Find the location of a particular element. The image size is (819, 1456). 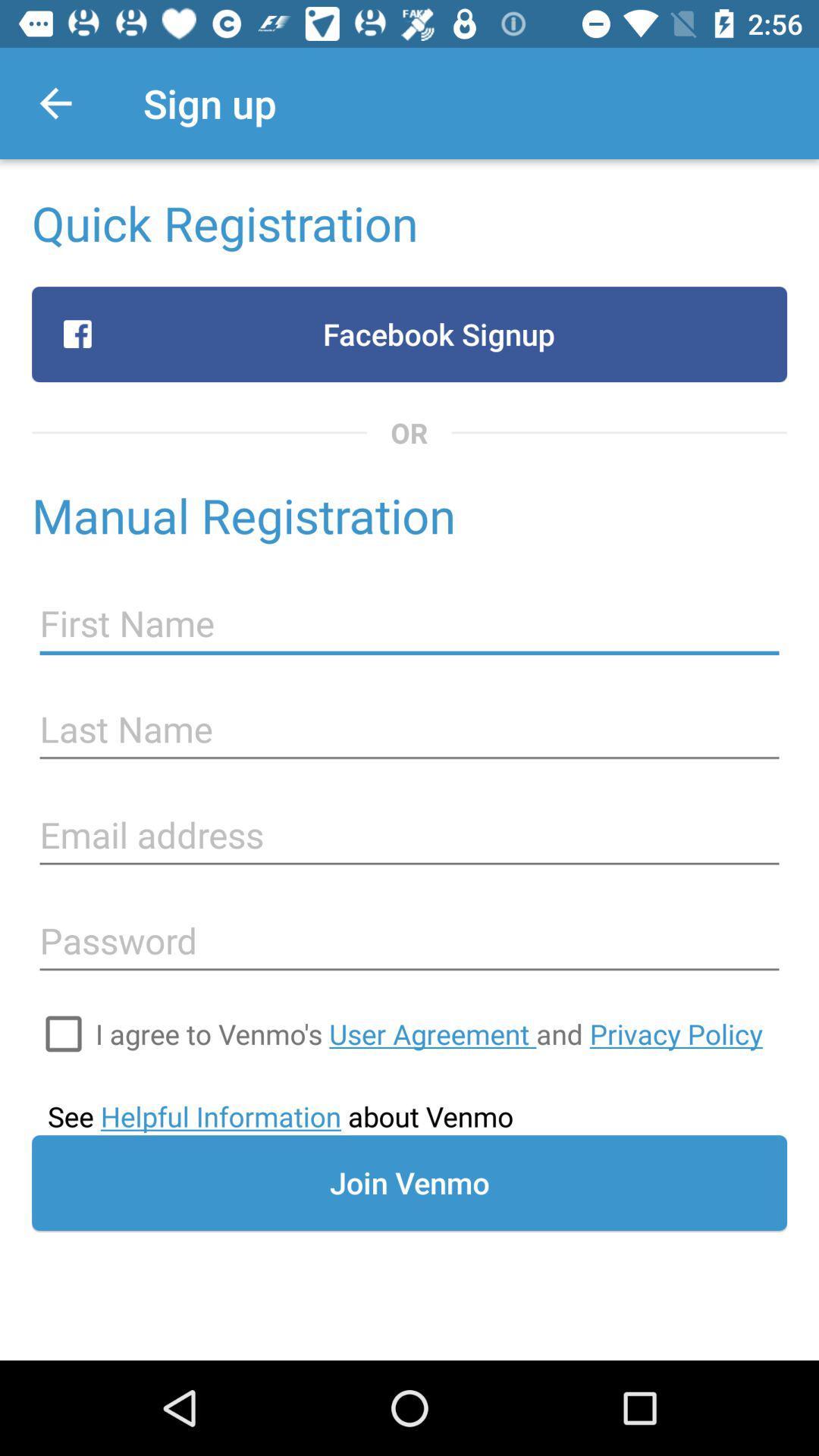

check box is located at coordinates (63, 1033).